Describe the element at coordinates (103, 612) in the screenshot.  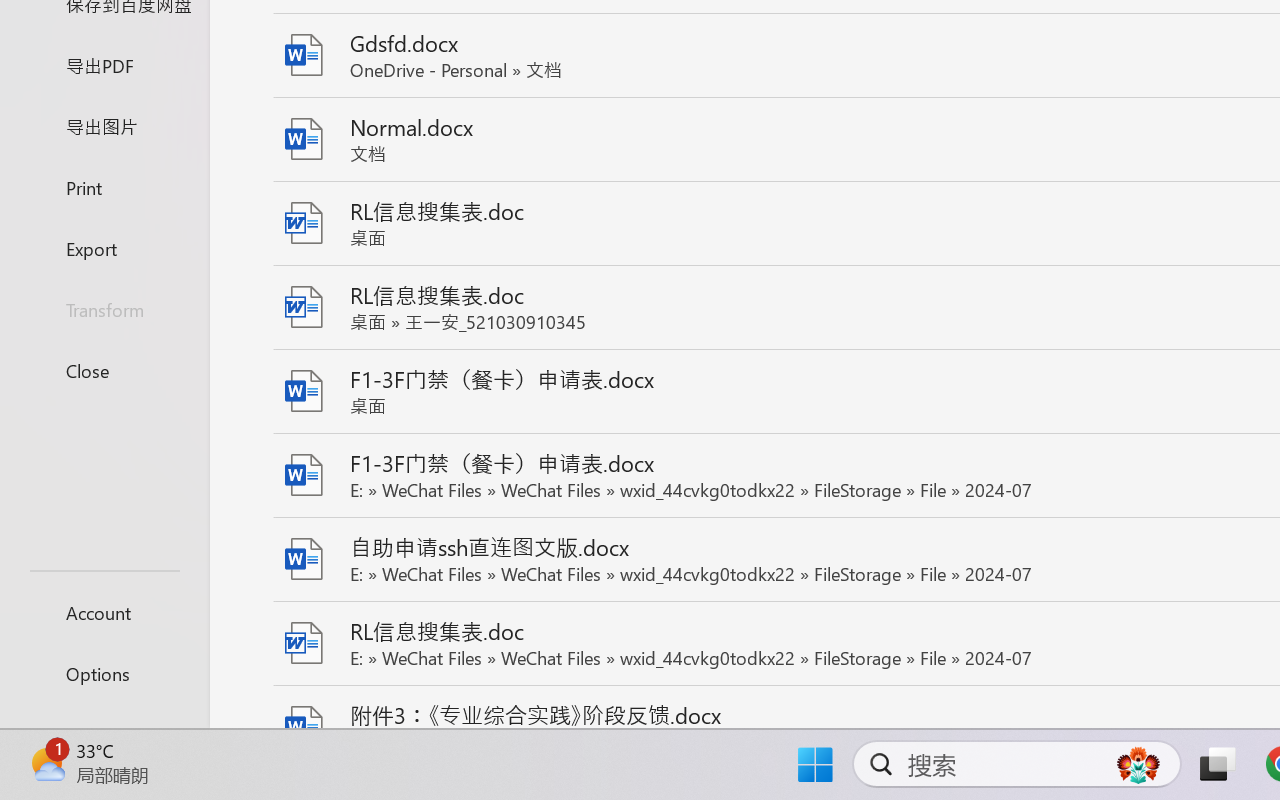
I see `'Account'` at that location.